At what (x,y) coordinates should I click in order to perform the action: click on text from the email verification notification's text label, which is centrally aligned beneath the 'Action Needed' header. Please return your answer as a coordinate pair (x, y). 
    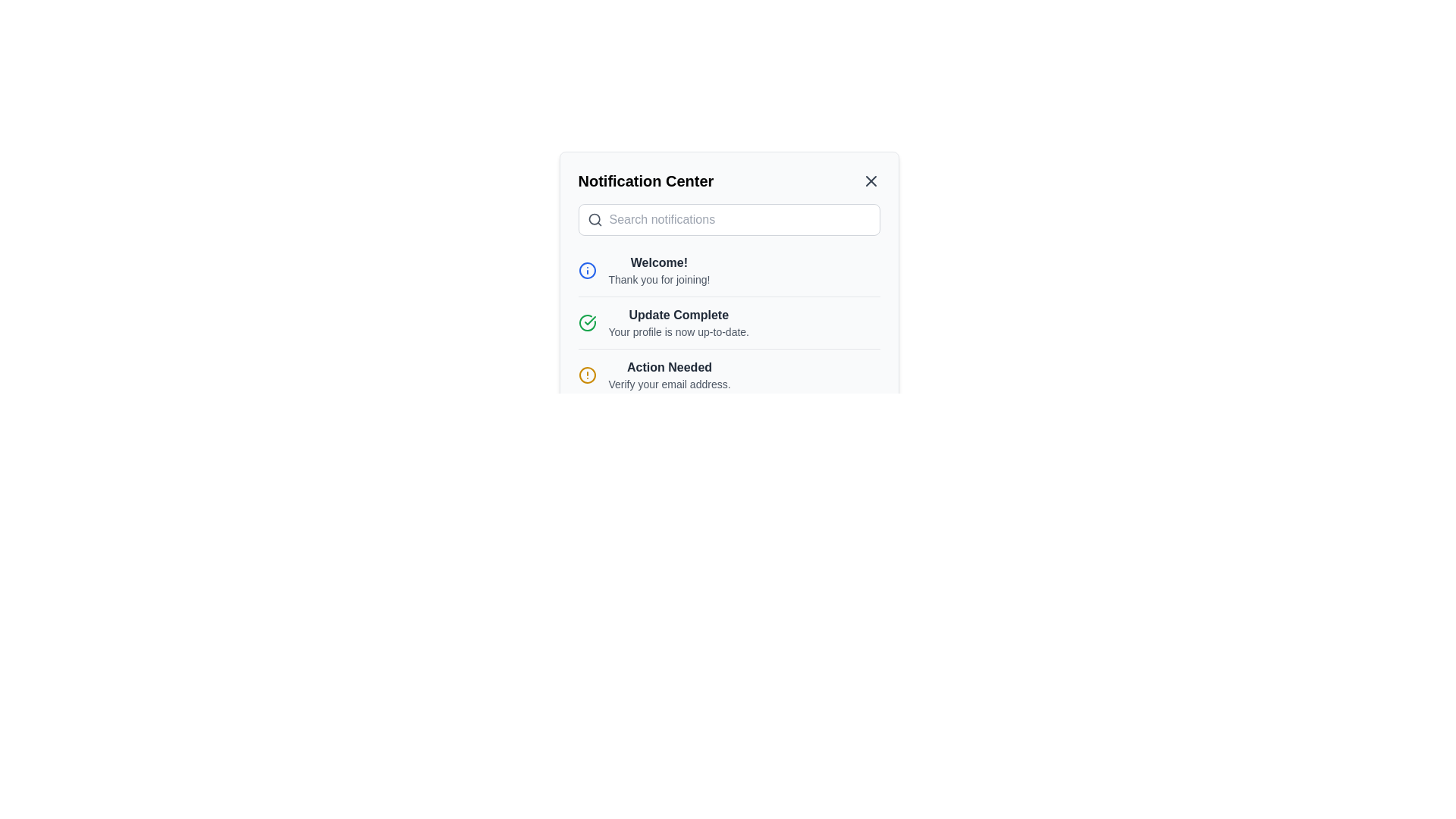
    Looking at the image, I should click on (669, 383).